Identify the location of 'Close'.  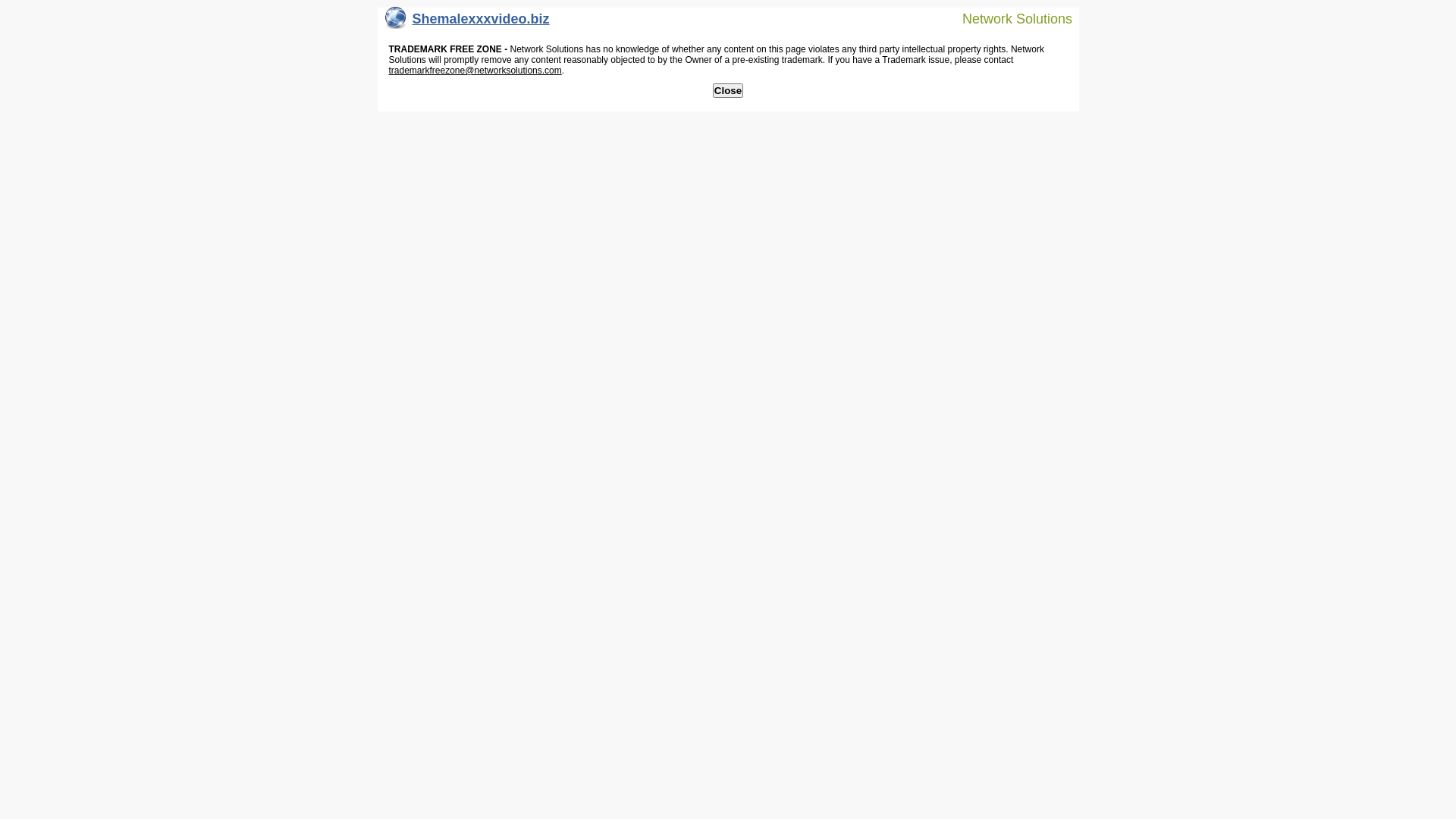
(712, 90).